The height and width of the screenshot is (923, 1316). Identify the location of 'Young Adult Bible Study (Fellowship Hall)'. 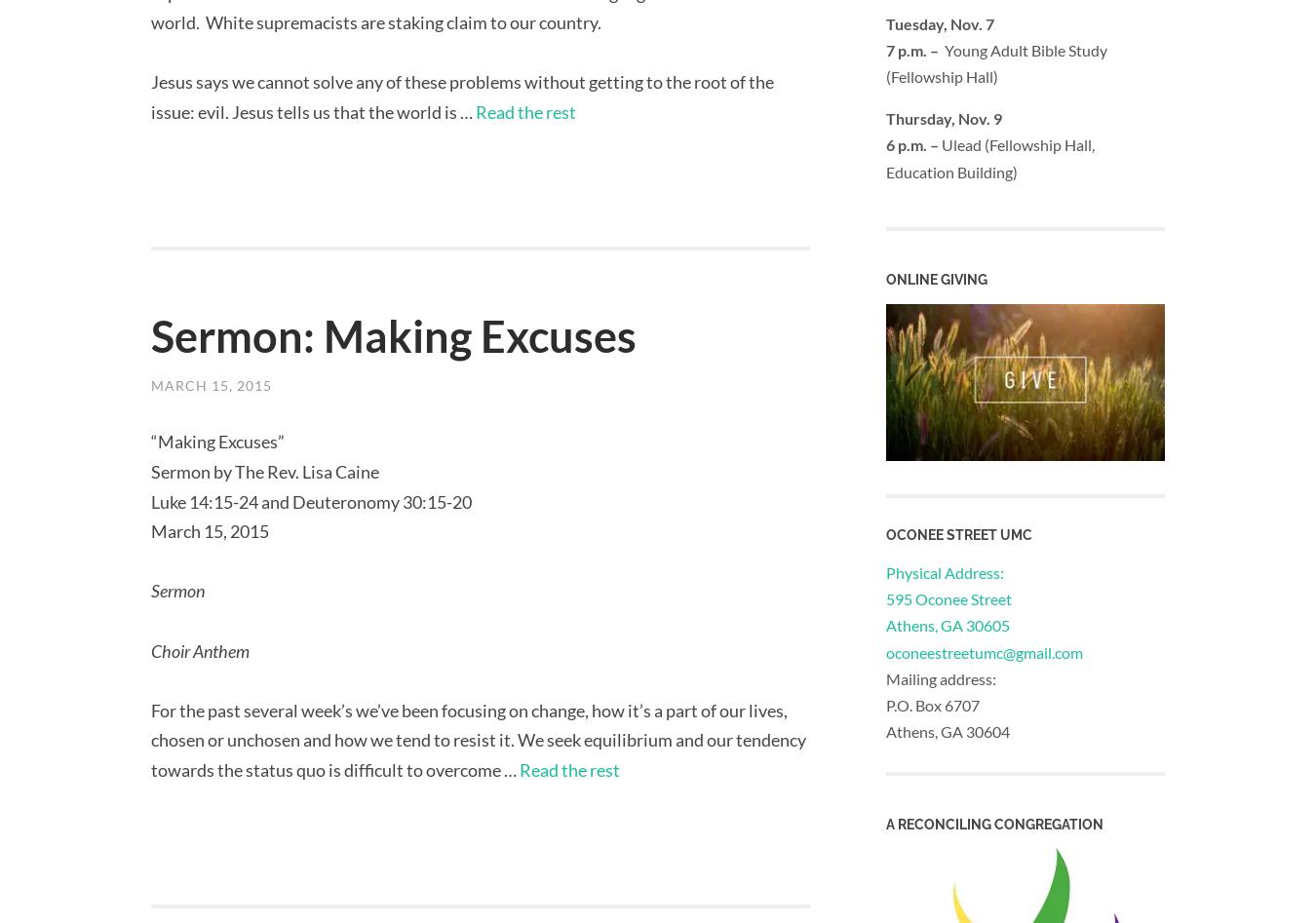
(996, 62).